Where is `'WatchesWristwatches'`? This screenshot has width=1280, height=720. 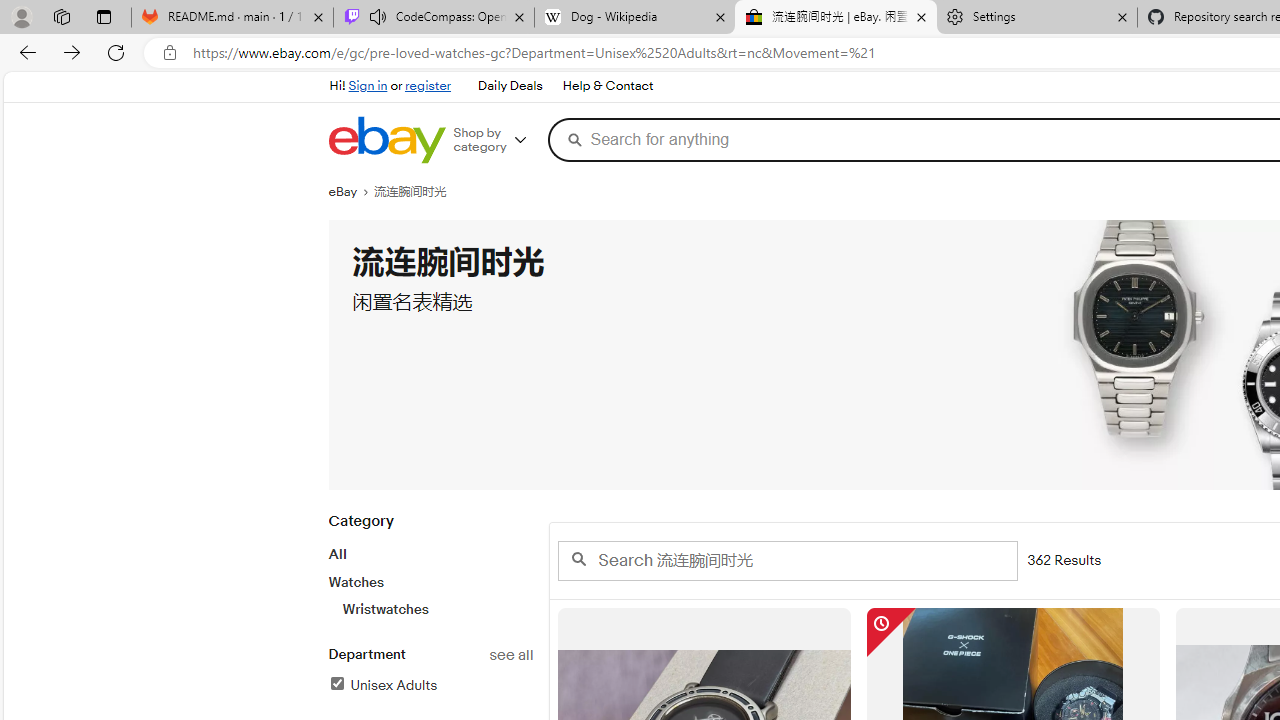
'WatchesWristwatches' is located at coordinates (429, 594).